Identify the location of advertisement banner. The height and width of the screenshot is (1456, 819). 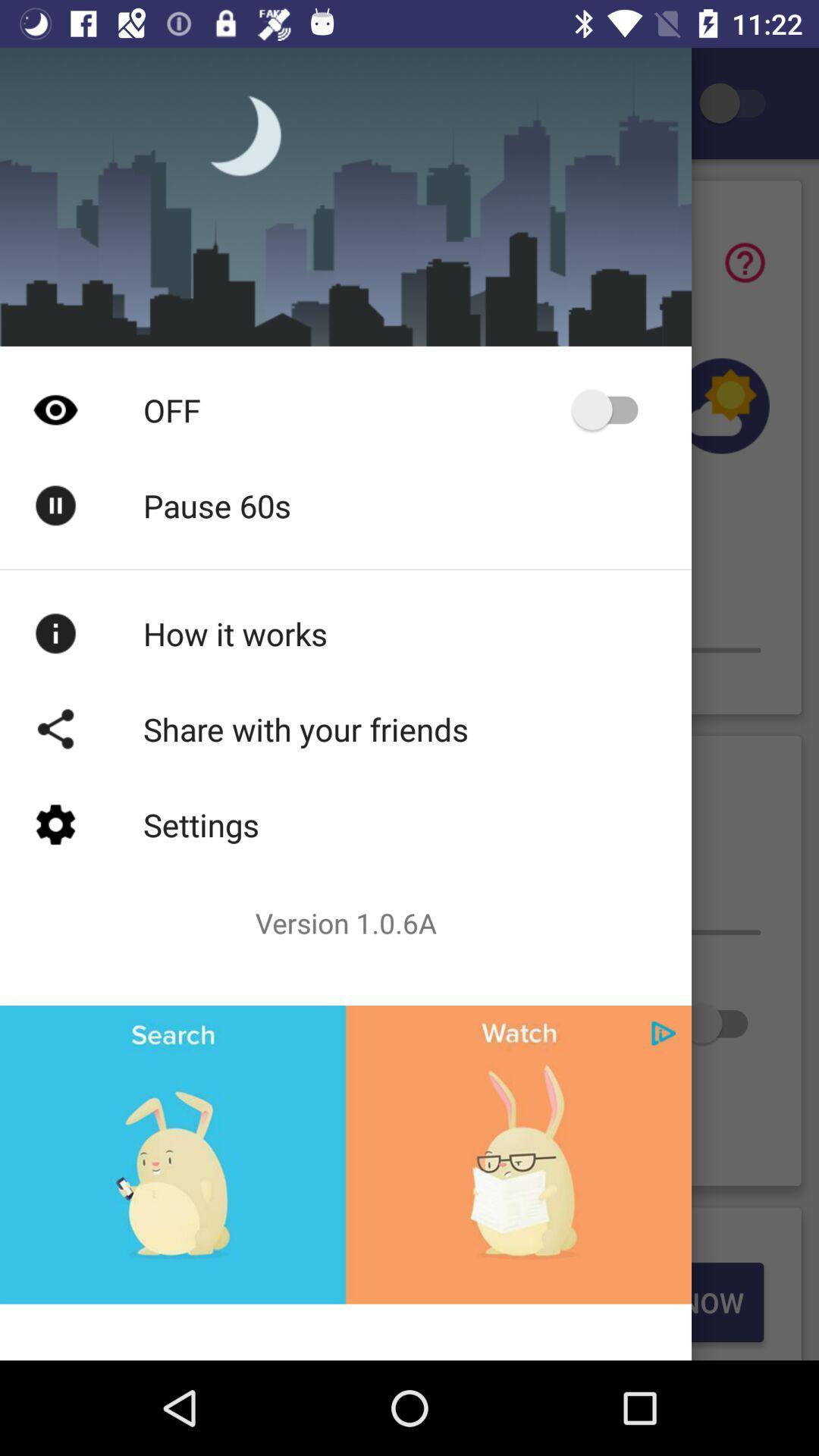
(345, 1153).